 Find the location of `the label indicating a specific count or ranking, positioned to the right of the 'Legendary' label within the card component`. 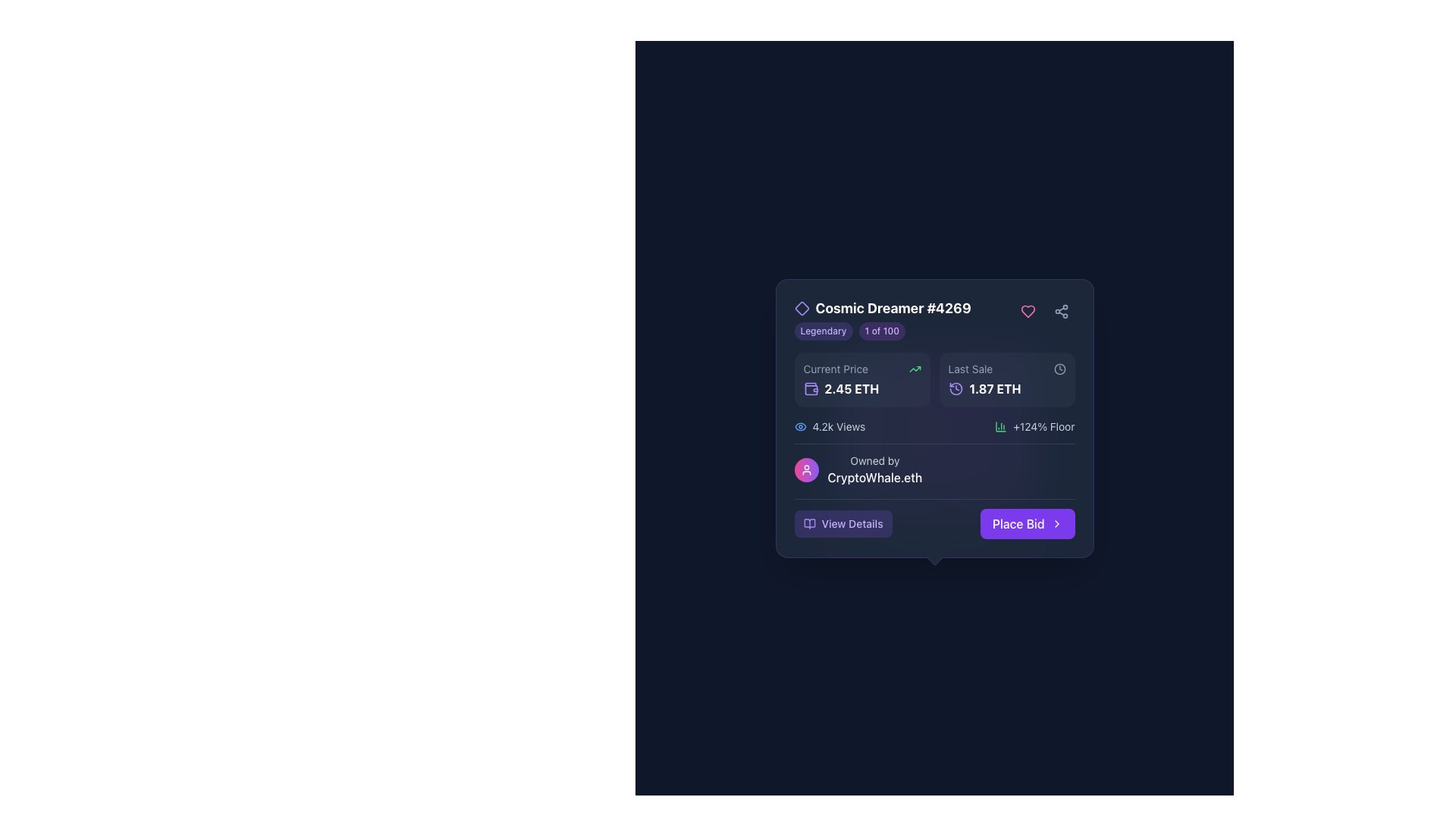

the label indicating a specific count or ranking, positioned to the right of the 'Legendary' label within the card component is located at coordinates (882, 330).